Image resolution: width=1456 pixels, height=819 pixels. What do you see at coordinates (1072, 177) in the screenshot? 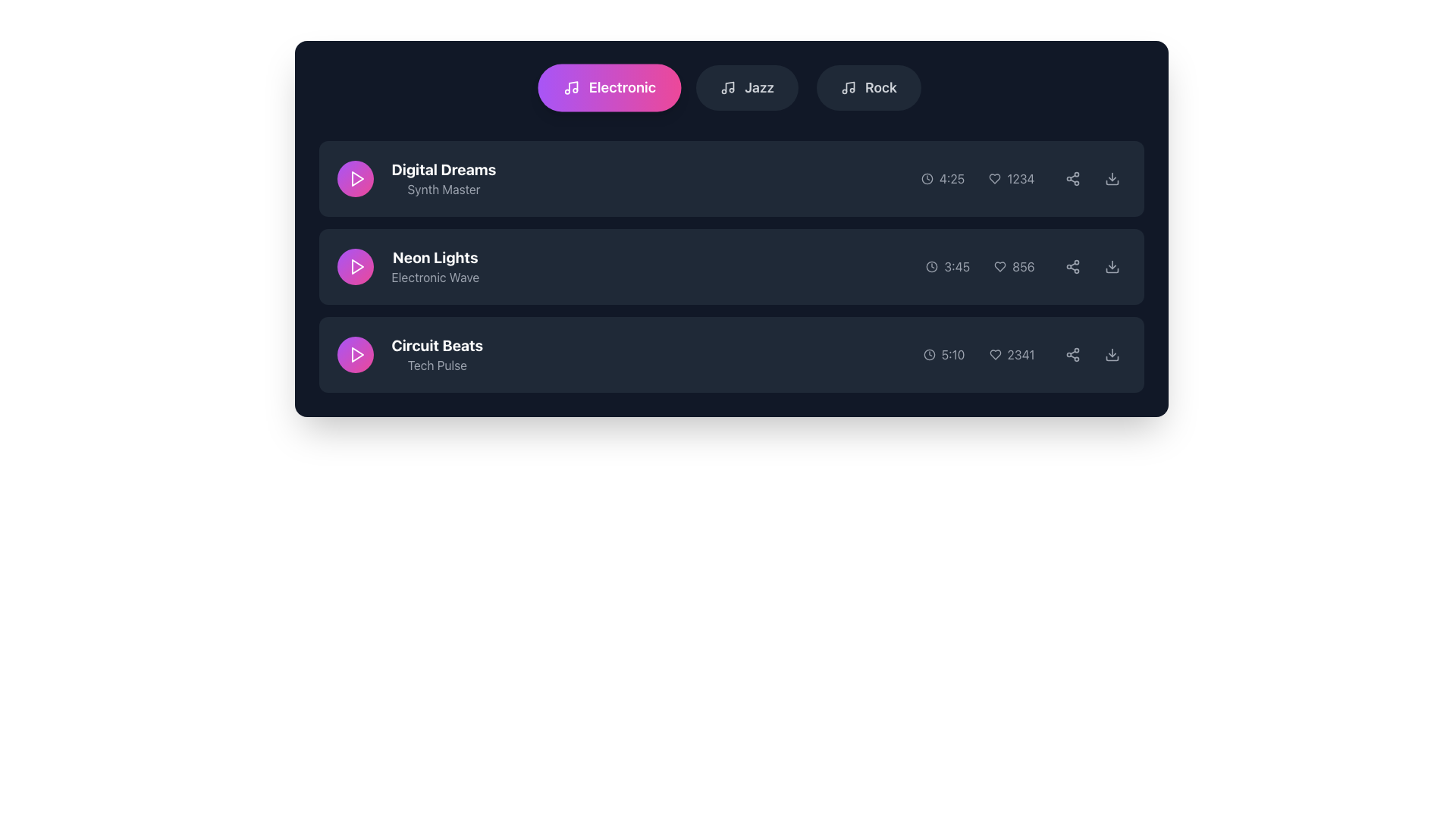
I see `the circular button representing a sharing action, which features three connected dots forming a triangular shape, to observe the hover effect` at bounding box center [1072, 177].